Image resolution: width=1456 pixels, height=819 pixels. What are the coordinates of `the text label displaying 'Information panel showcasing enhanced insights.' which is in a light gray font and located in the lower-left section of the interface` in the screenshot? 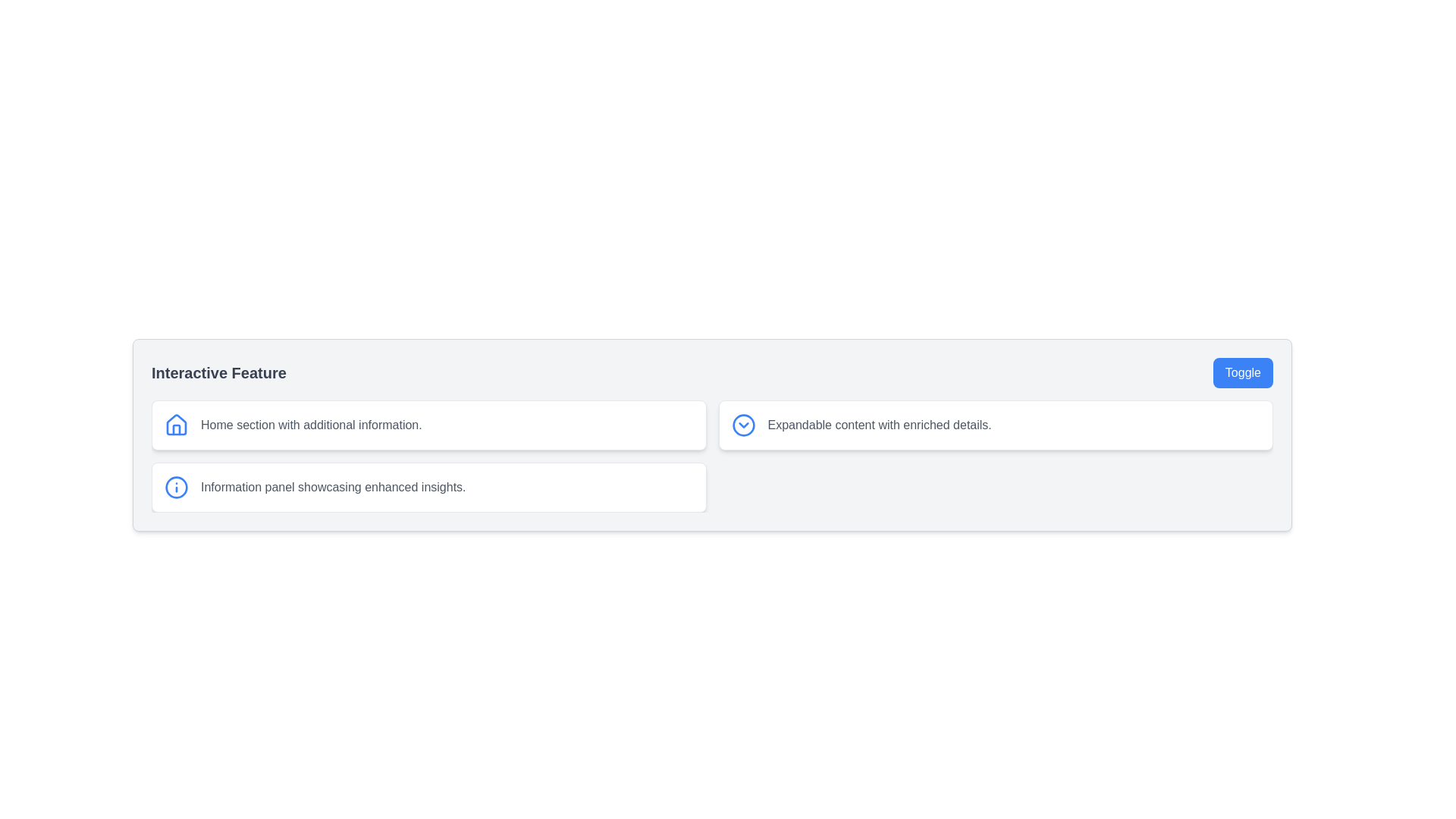 It's located at (332, 488).